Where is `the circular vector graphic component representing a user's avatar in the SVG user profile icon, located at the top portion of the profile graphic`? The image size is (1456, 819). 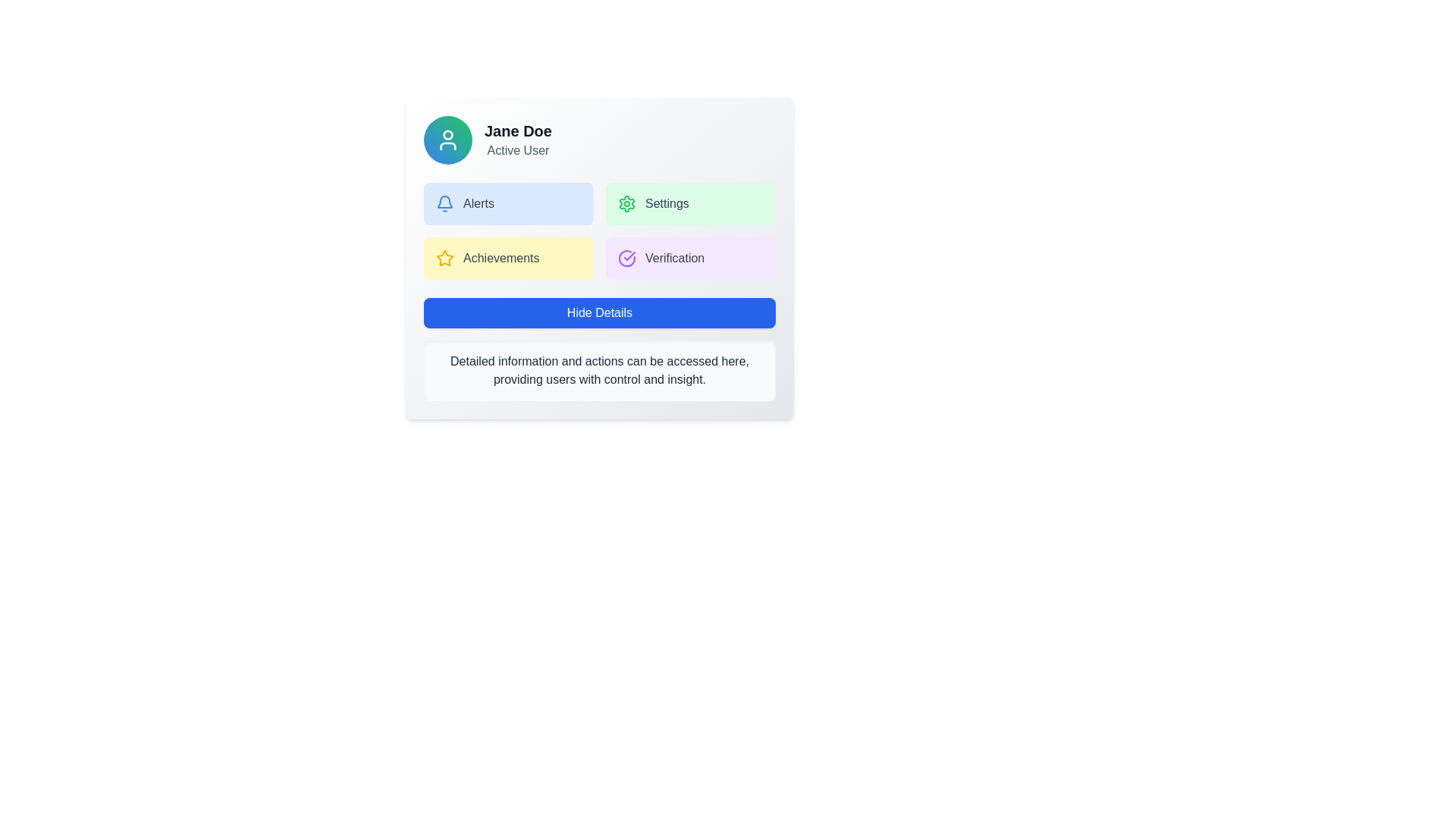 the circular vector graphic component representing a user's avatar in the SVG user profile icon, located at the top portion of the profile graphic is located at coordinates (447, 133).